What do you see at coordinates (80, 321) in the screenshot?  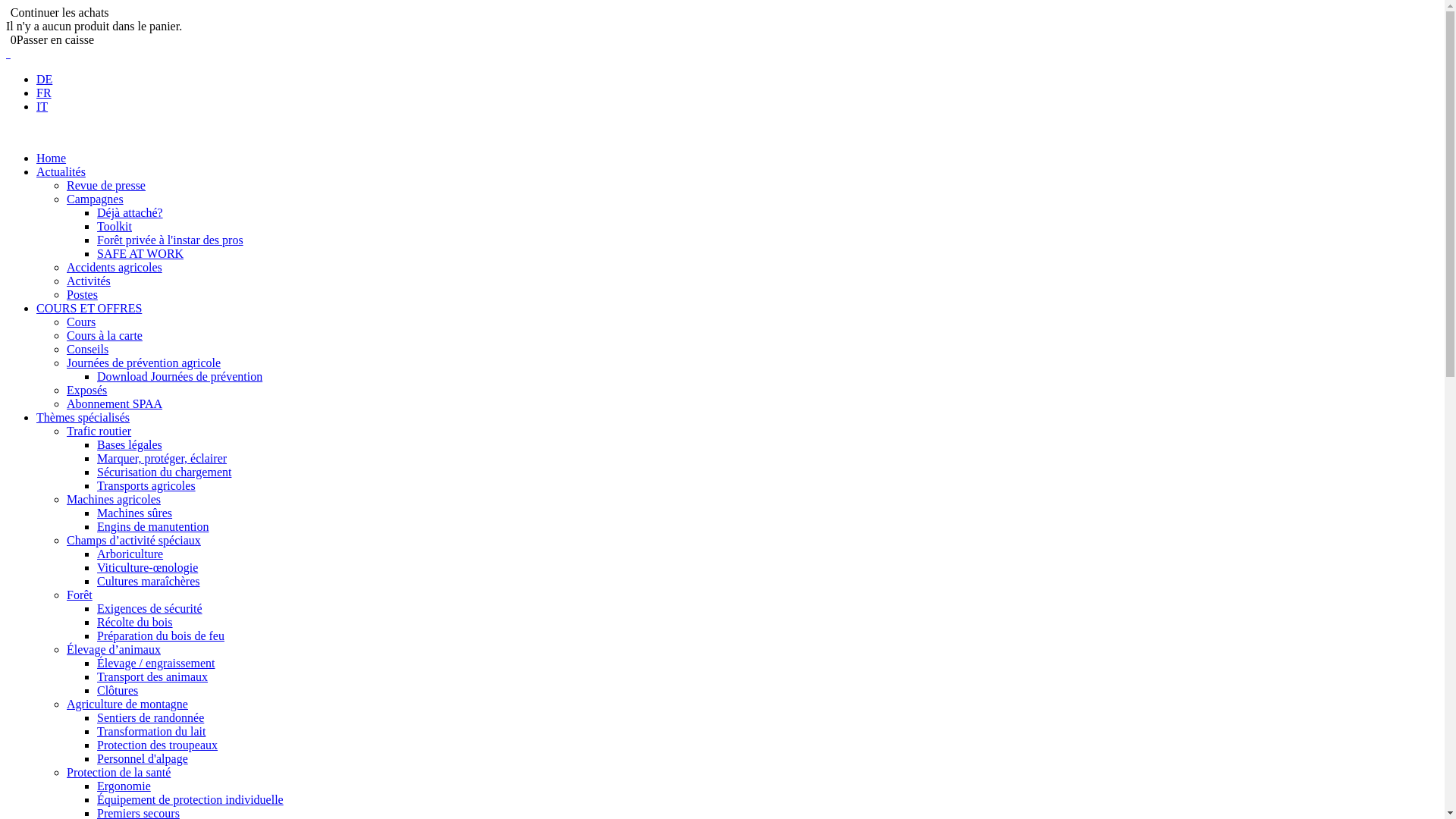 I see `'Cours'` at bounding box center [80, 321].